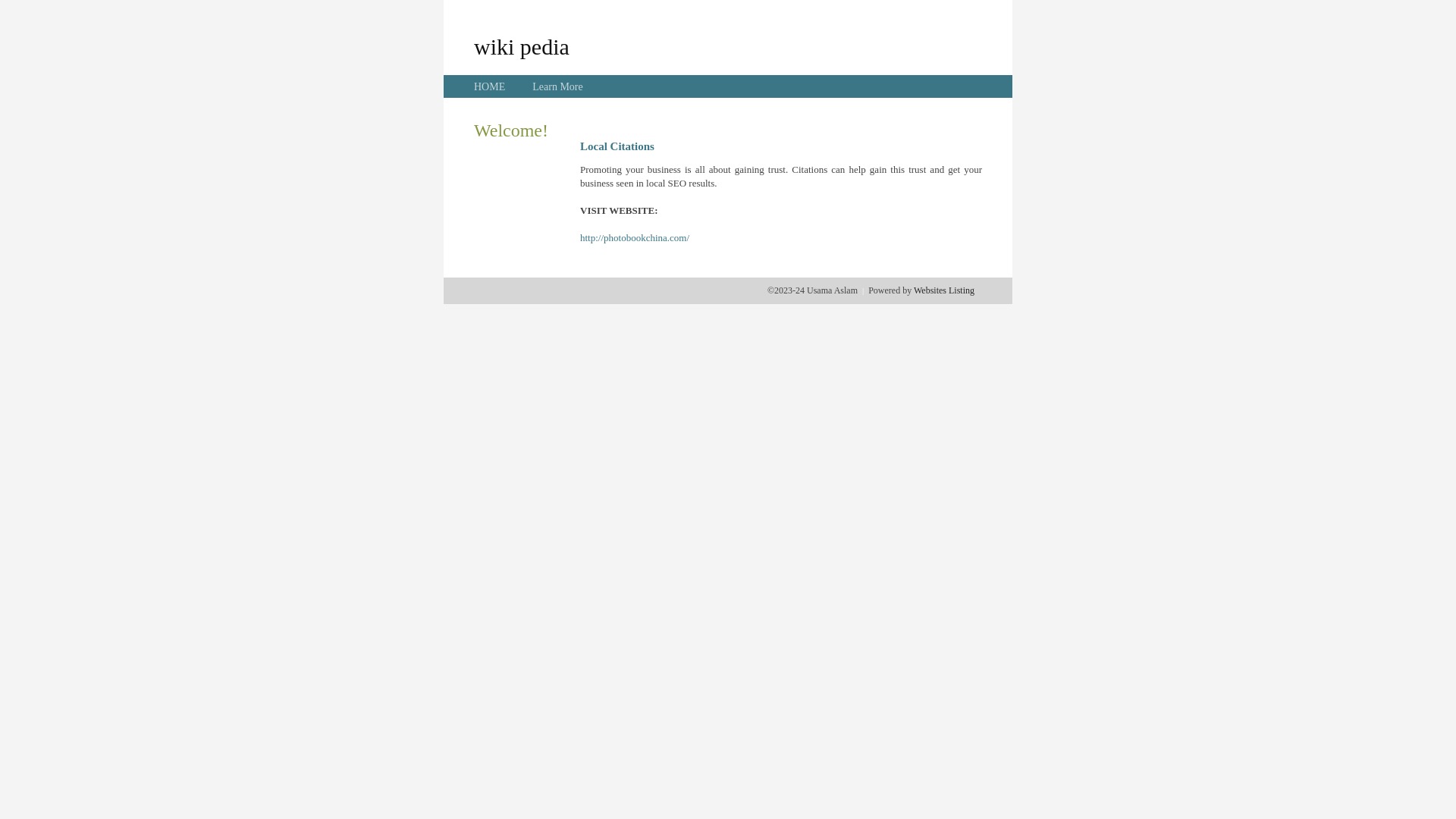  I want to click on 'Learn More', so click(532, 86).